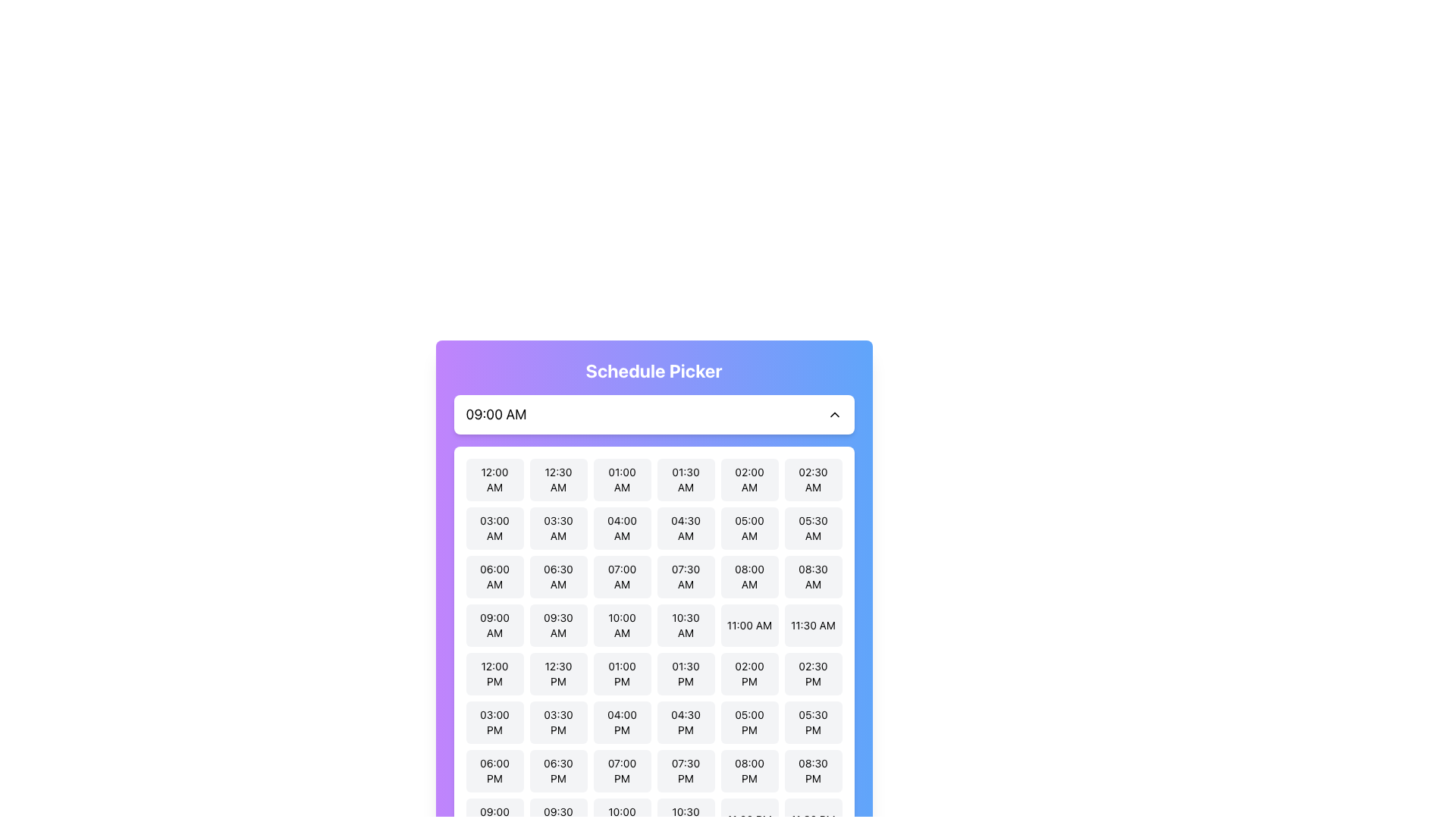 Image resolution: width=1456 pixels, height=819 pixels. Describe the element at coordinates (749, 721) in the screenshot. I see `the button in the grid layout that selects the time '05:00 PM'` at that location.